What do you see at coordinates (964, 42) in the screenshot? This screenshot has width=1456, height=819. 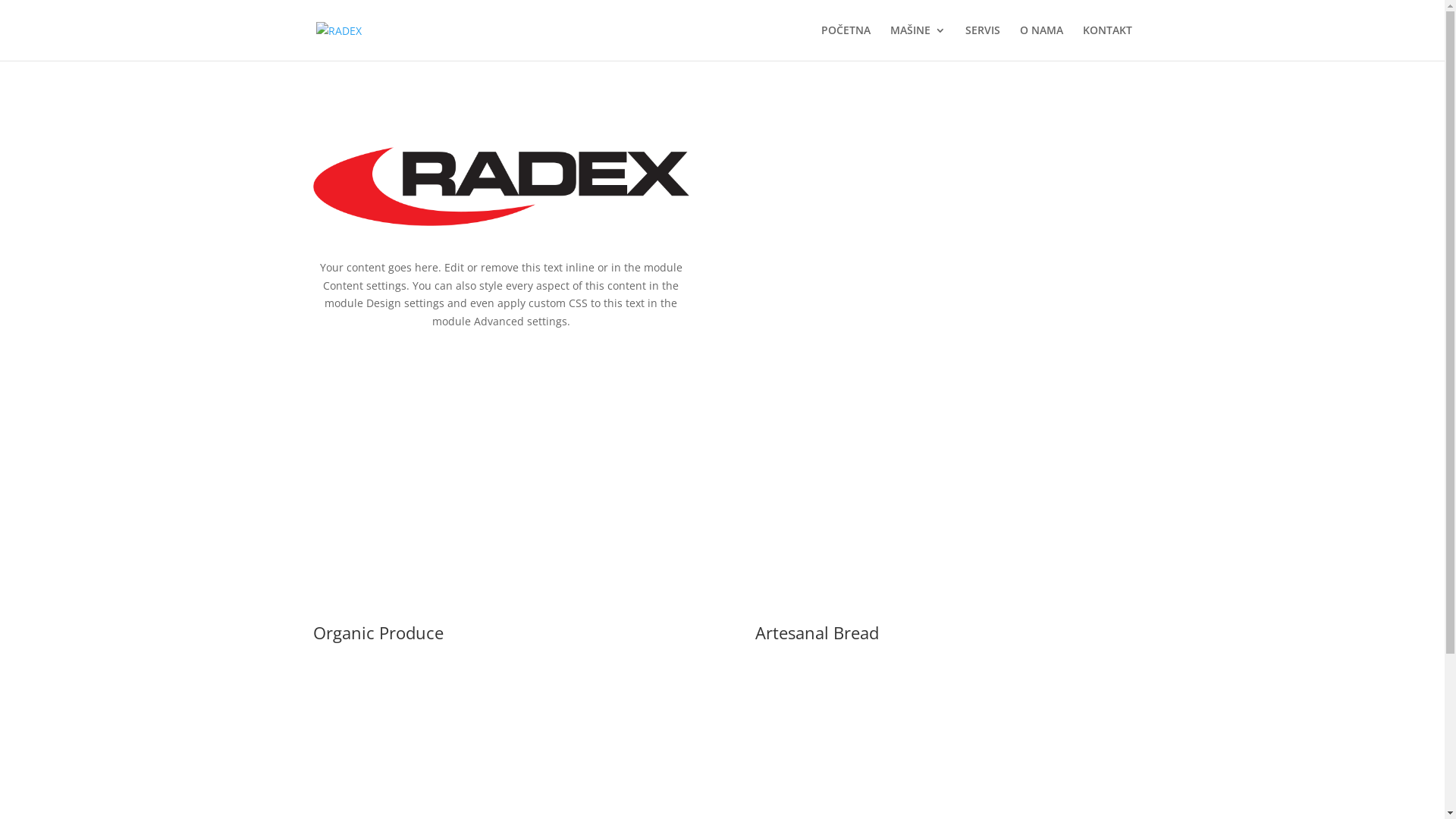 I see `'SERVIS'` at bounding box center [964, 42].